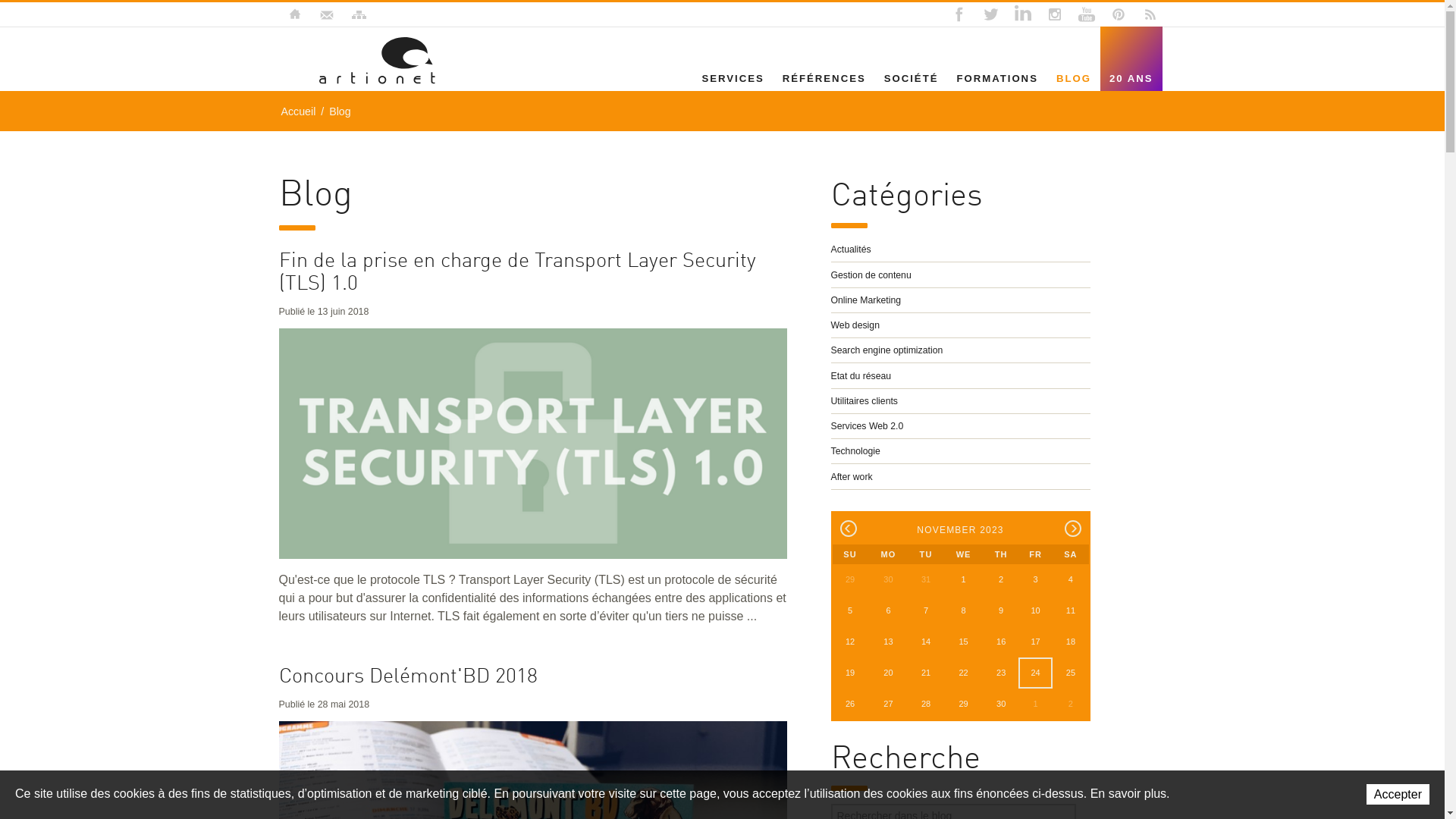 The image size is (1456, 819). What do you see at coordinates (960, 300) in the screenshot?
I see `'Online Marketing'` at bounding box center [960, 300].